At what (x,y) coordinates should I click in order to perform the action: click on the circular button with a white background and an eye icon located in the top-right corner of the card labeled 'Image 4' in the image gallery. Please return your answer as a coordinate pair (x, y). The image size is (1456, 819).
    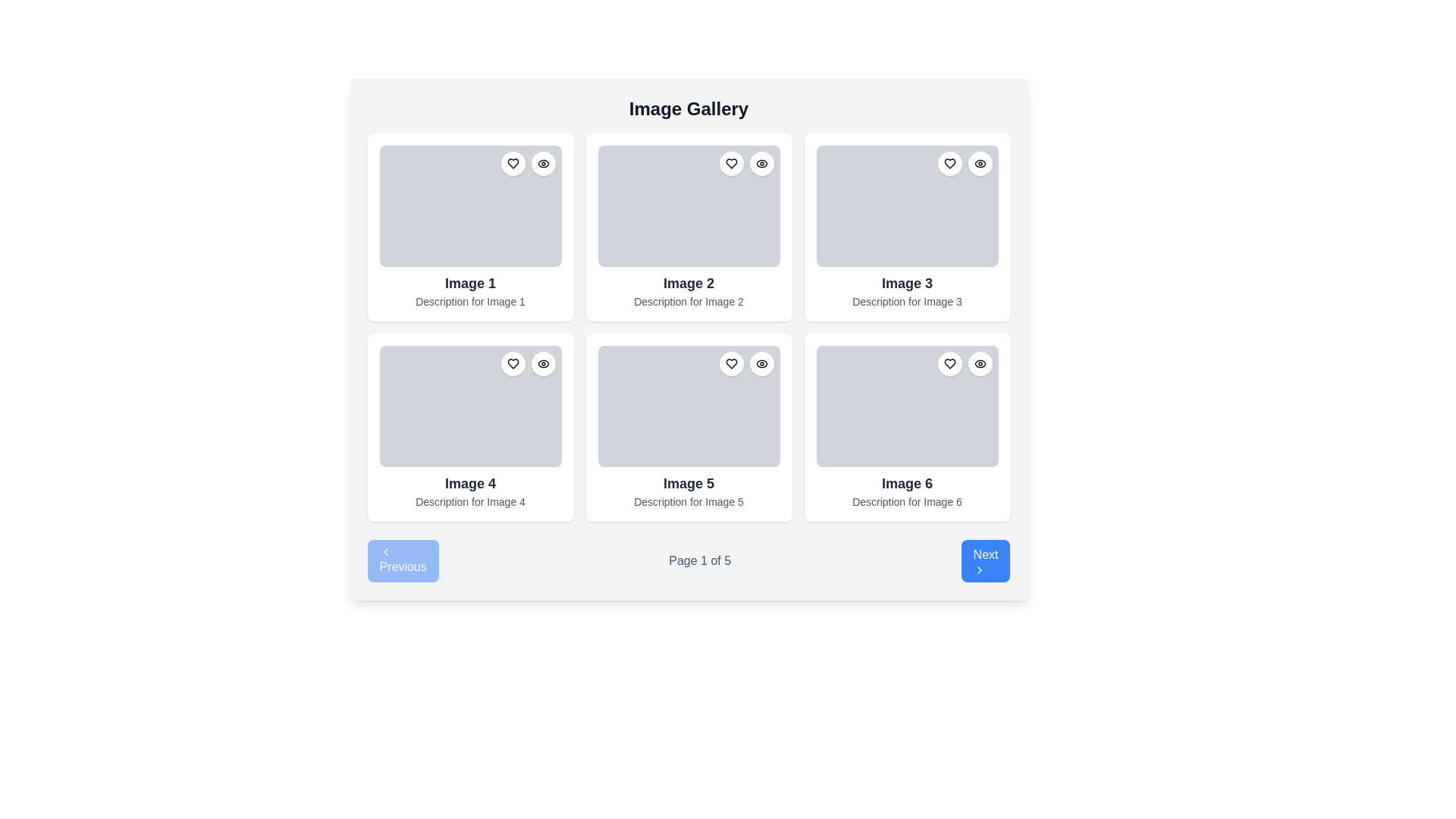
    Looking at the image, I should click on (543, 363).